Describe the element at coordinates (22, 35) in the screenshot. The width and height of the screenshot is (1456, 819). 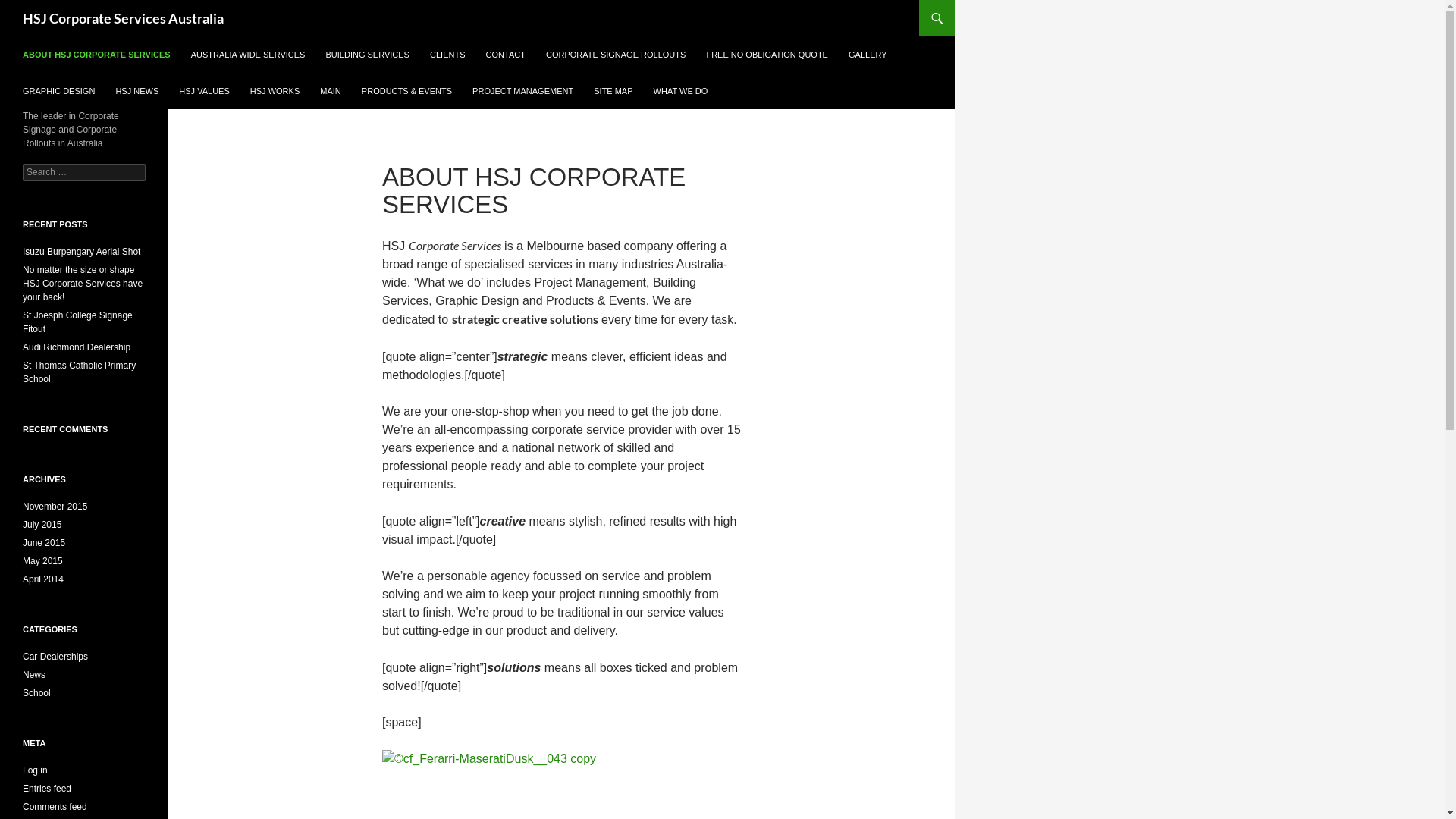
I see `'SKIP TO CONTENT'` at that location.